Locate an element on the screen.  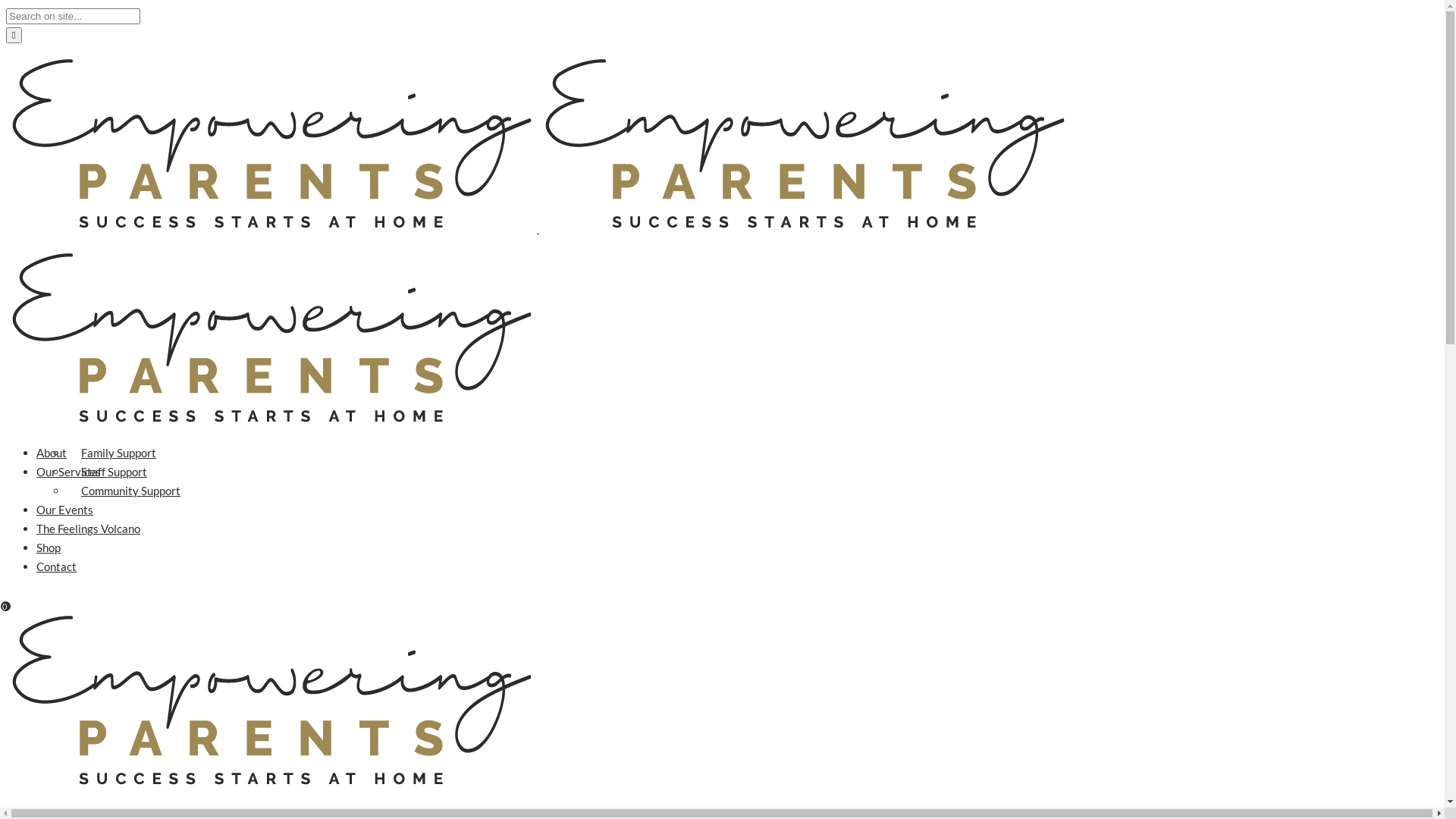
'Family Support' is located at coordinates (118, 452).